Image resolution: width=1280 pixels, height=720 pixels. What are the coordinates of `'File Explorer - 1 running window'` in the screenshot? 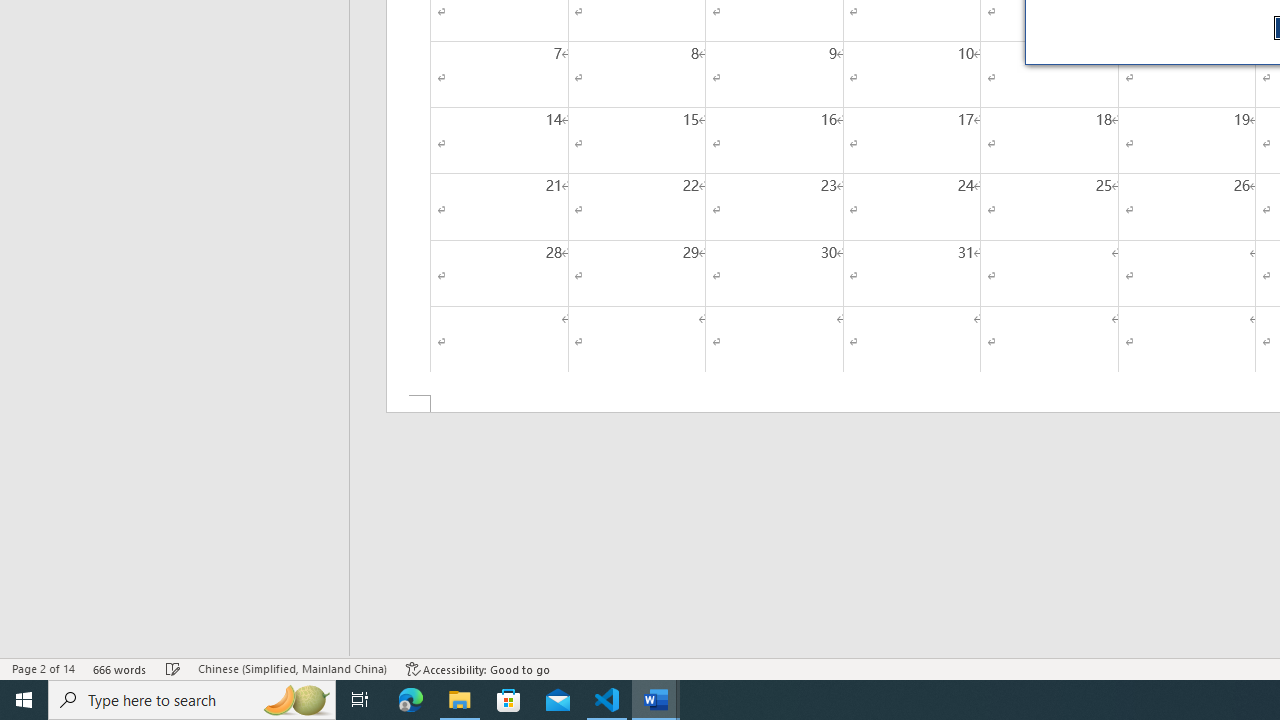 It's located at (459, 698).